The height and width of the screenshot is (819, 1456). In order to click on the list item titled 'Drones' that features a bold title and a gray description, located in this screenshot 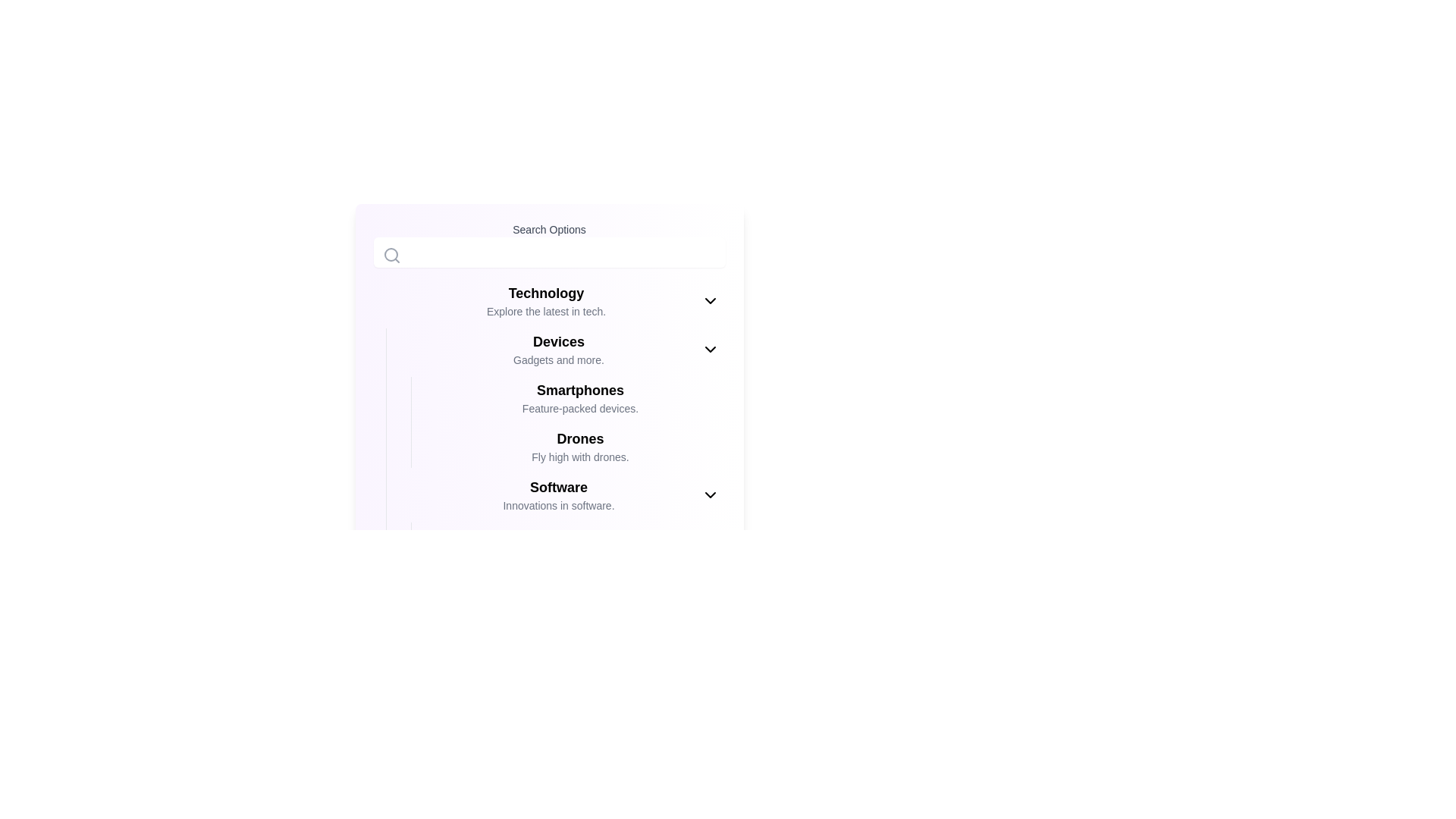, I will do `click(579, 446)`.